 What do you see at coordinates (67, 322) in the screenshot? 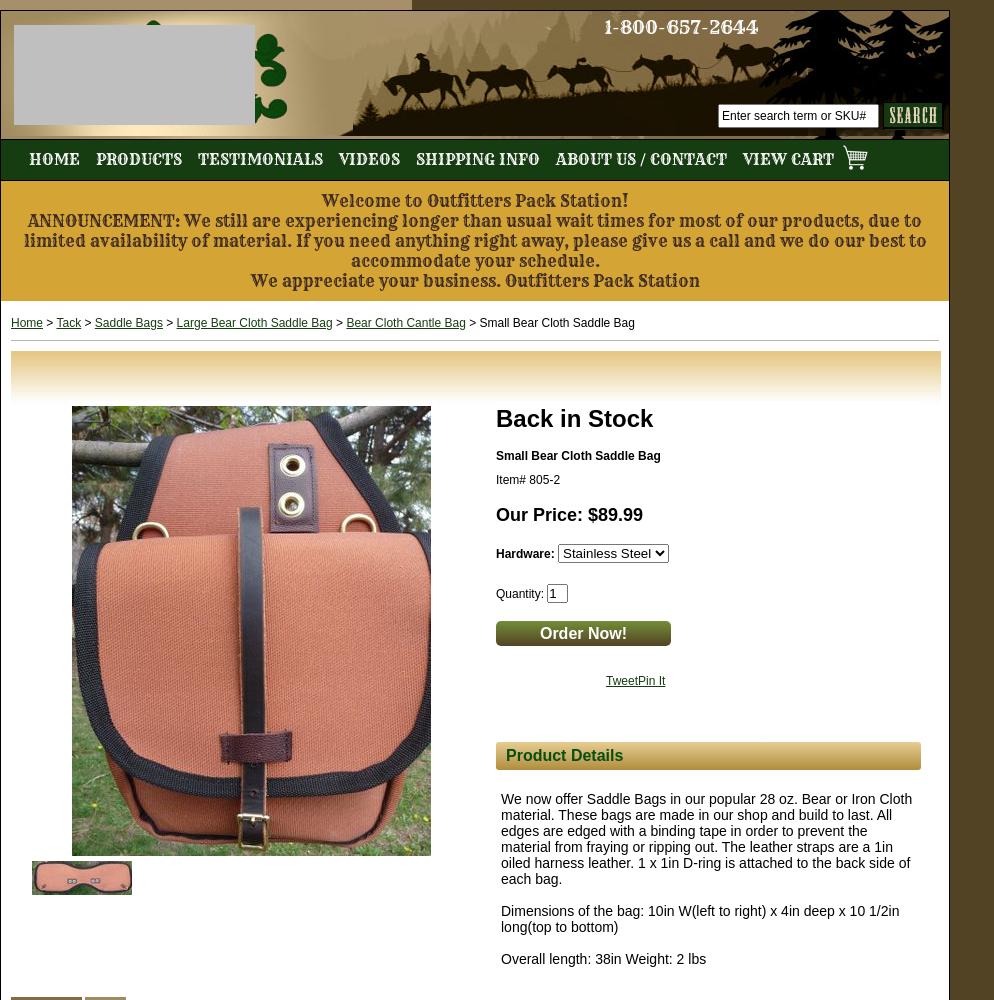
I see `'Tack'` at bounding box center [67, 322].